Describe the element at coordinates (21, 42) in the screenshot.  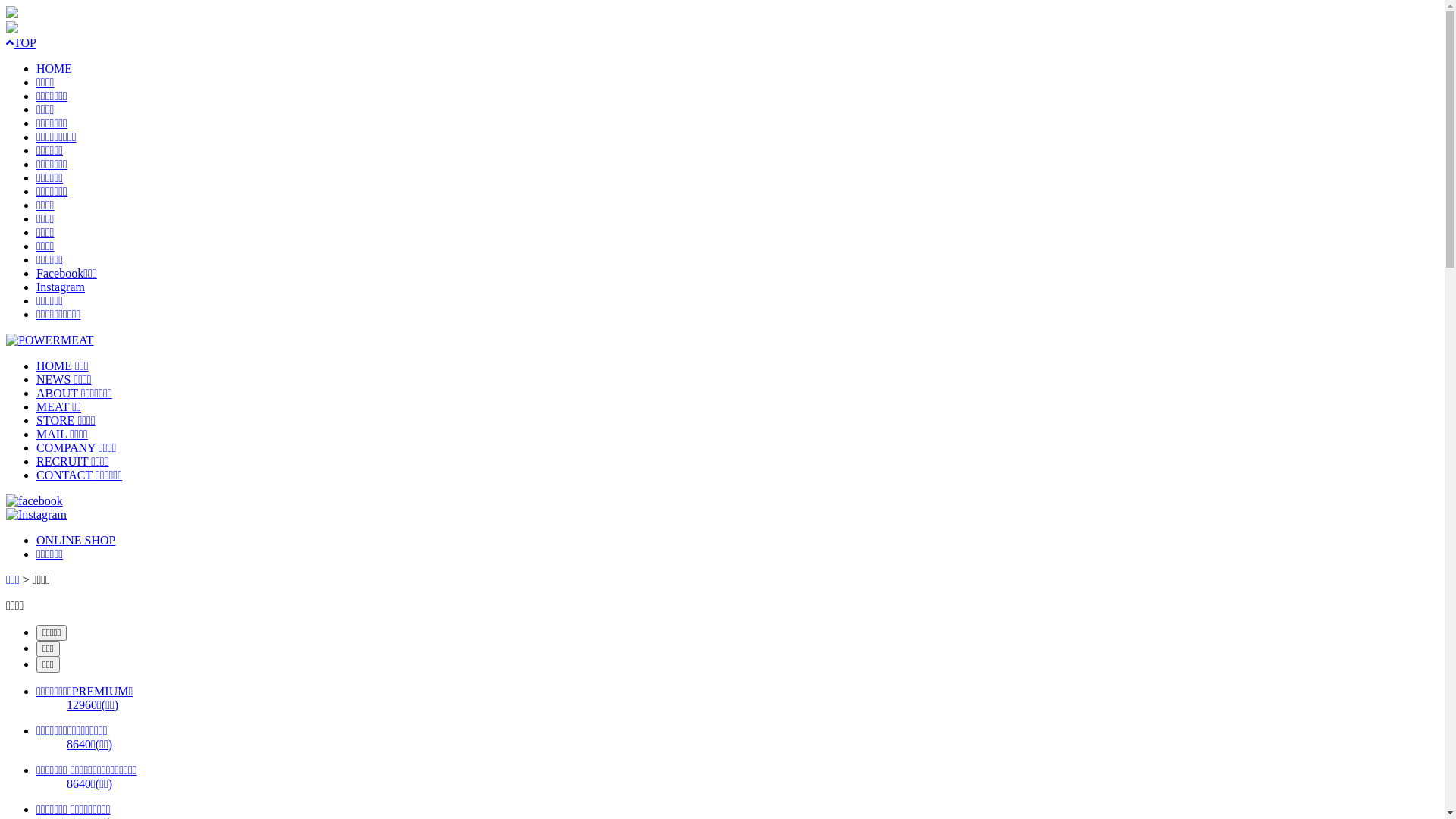
I see `'TOP'` at that location.